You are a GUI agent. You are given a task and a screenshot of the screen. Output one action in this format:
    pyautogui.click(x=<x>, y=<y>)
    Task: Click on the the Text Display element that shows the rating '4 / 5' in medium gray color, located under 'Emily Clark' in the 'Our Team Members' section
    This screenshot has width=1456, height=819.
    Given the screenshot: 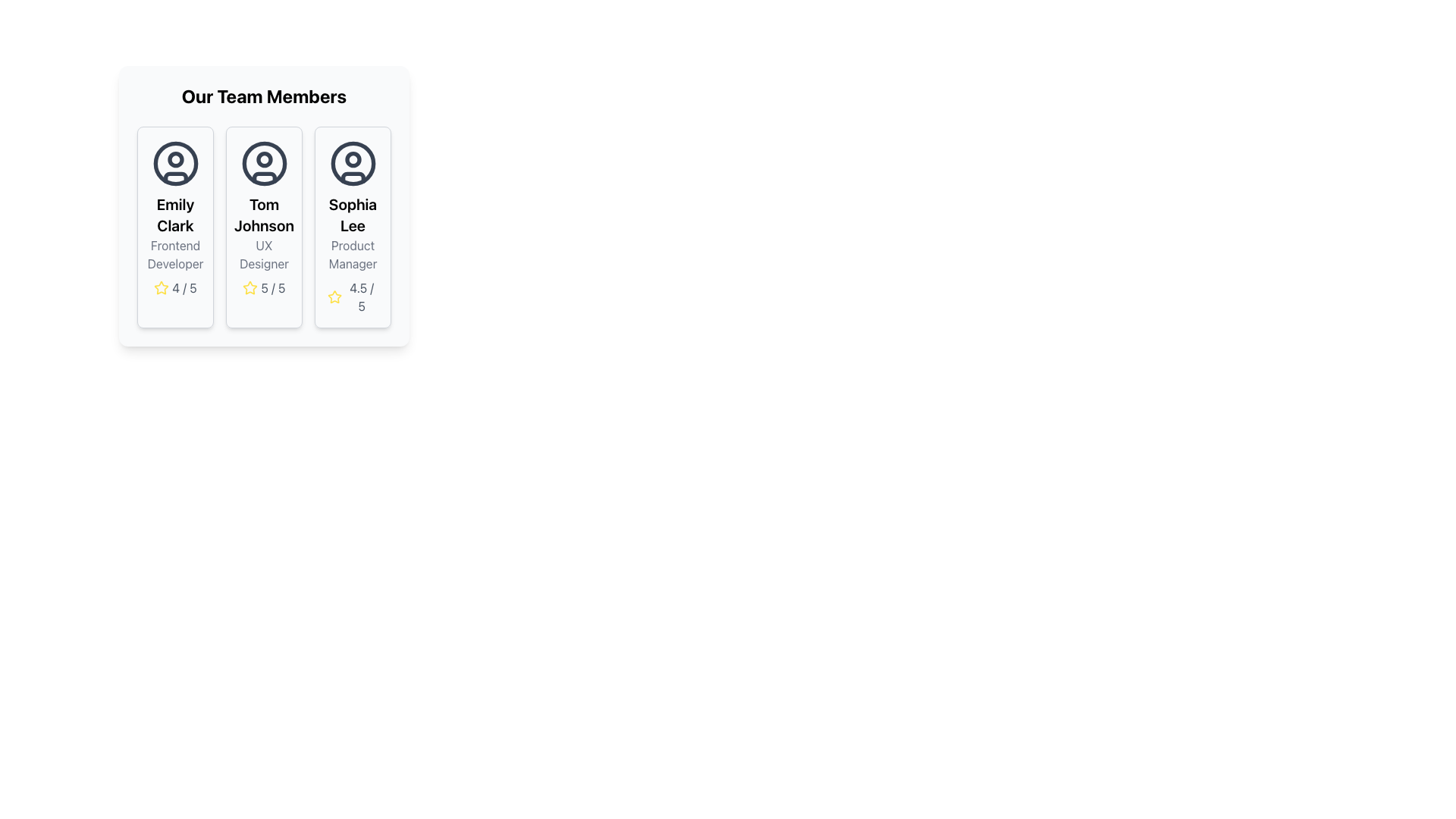 What is the action you would take?
    pyautogui.click(x=184, y=288)
    